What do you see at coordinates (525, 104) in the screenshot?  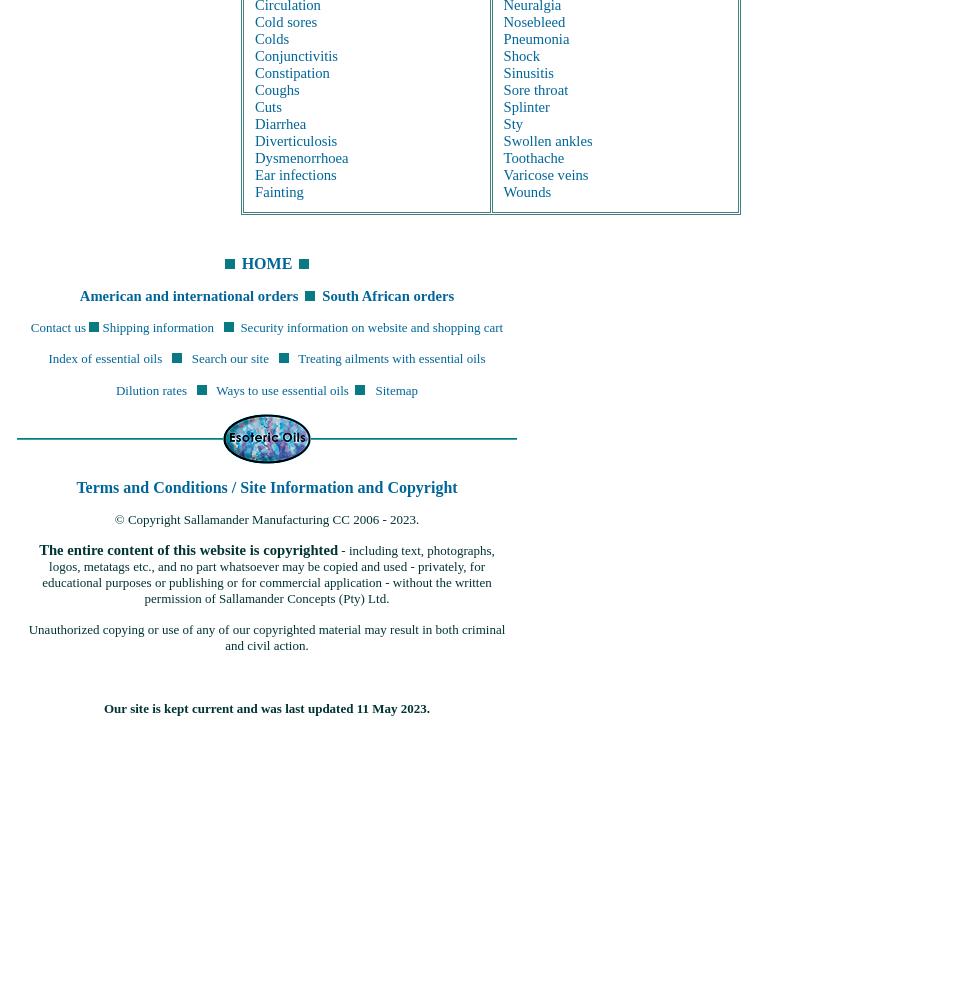 I see `'Splinter'` at bounding box center [525, 104].